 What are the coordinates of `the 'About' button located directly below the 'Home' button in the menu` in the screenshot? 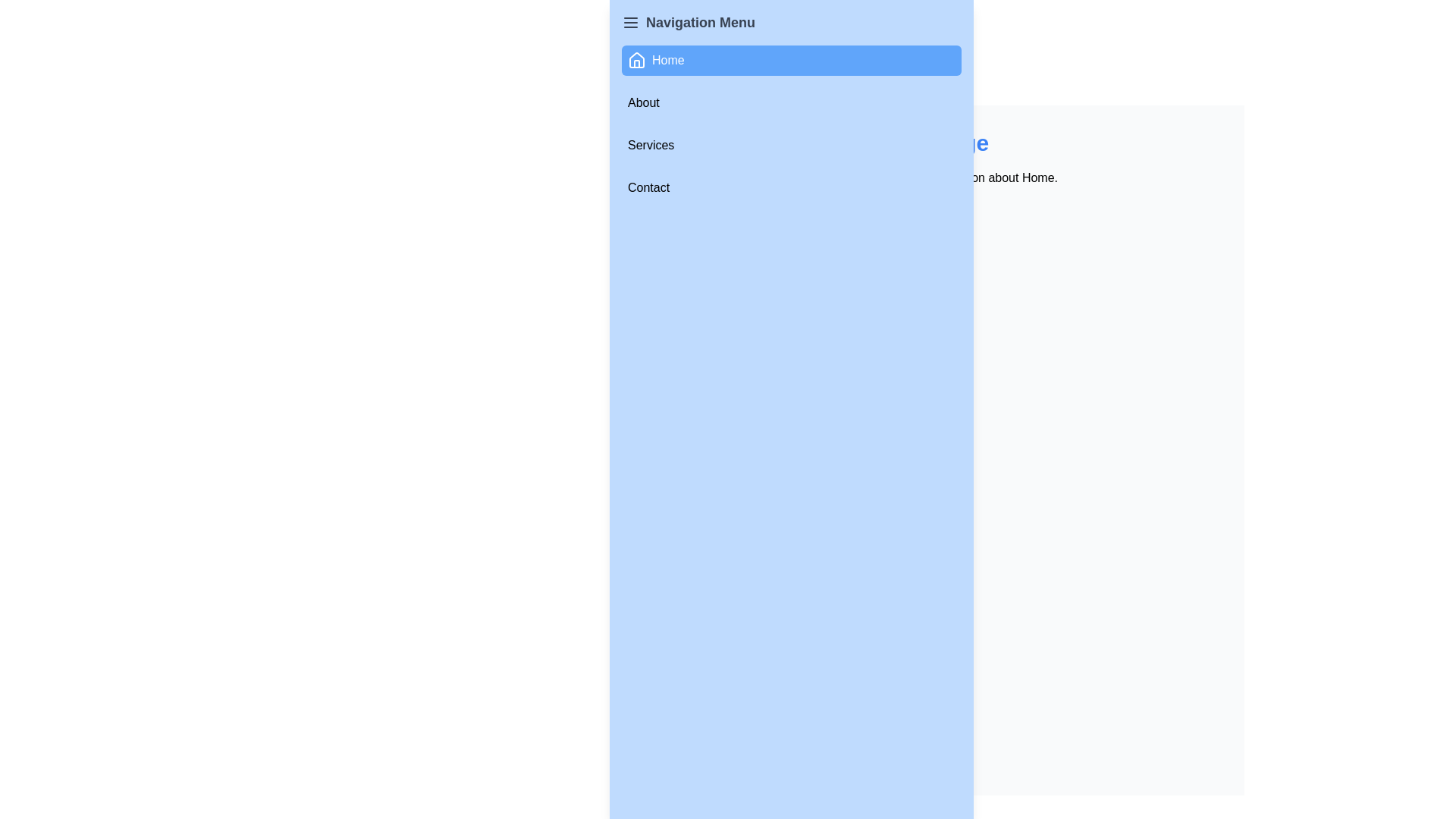 It's located at (790, 102).